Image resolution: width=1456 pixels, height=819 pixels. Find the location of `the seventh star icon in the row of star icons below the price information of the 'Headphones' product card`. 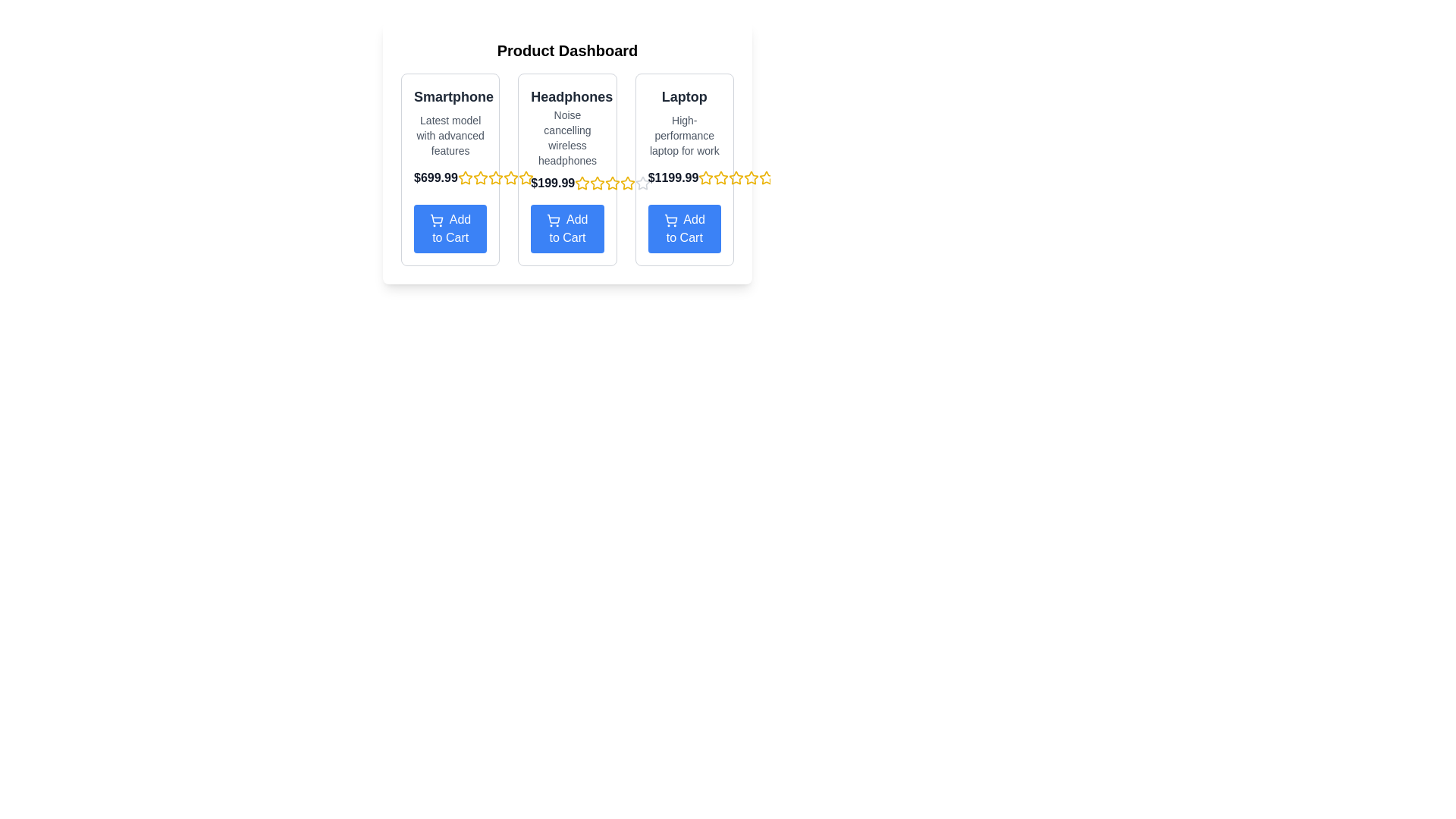

the seventh star icon in the row of star icons below the price information of the 'Headphones' product card is located at coordinates (510, 177).